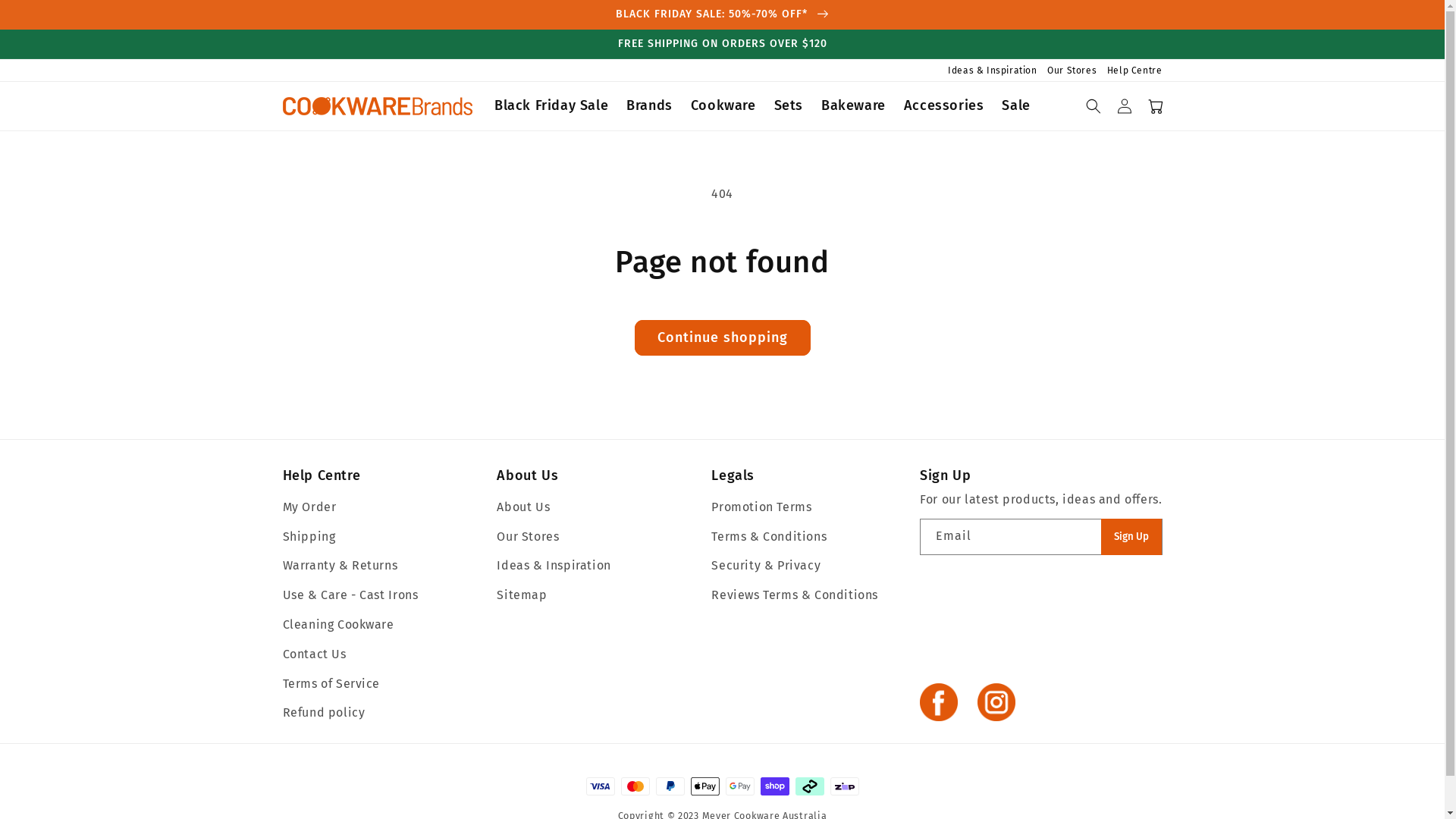 The width and height of the screenshot is (1456, 819). Describe the element at coordinates (793, 595) in the screenshot. I see `'Reviews Terms & Conditions'` at that location.